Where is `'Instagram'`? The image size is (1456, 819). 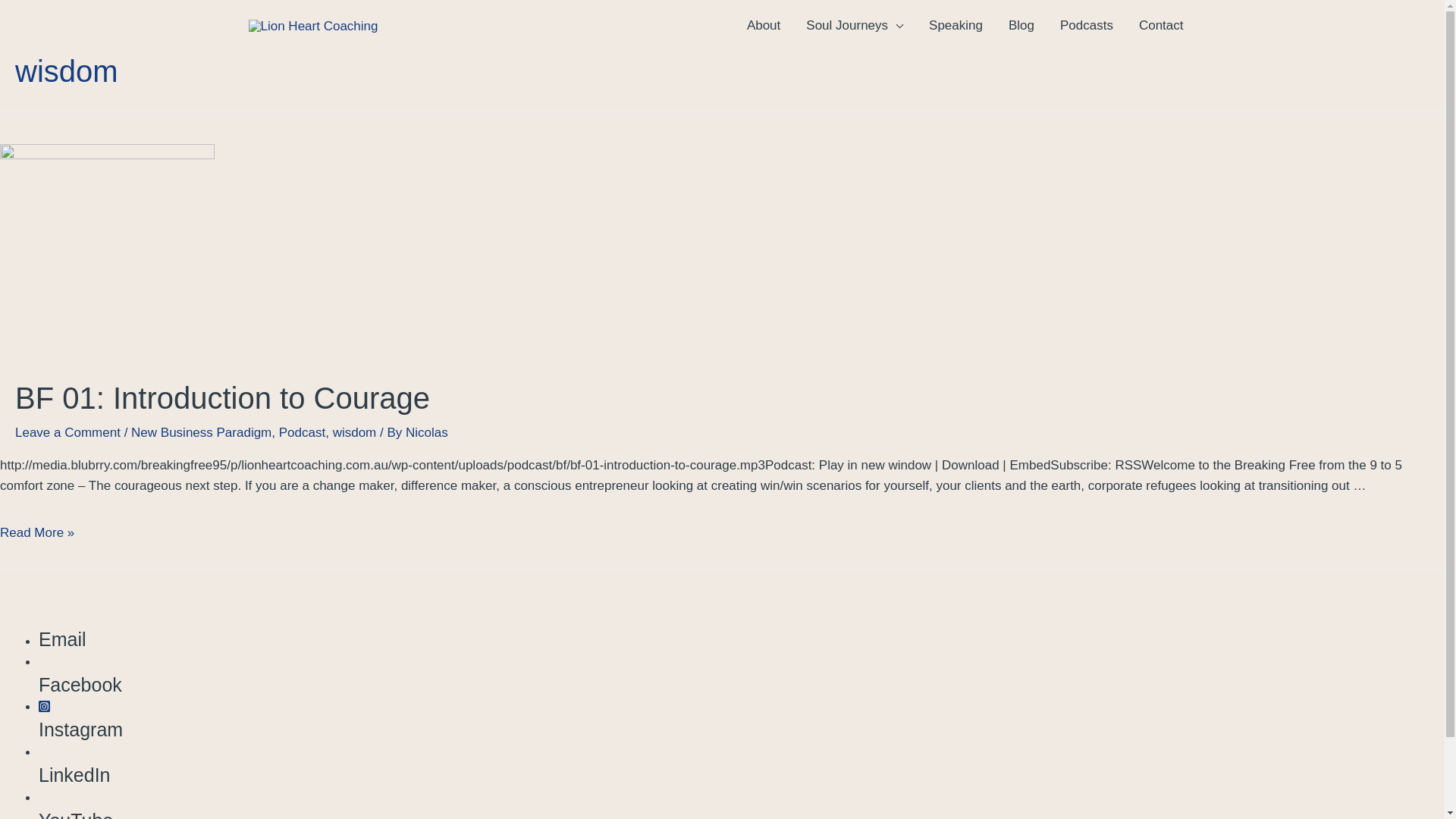 'Instagram' is located at coordinates (742, 718).